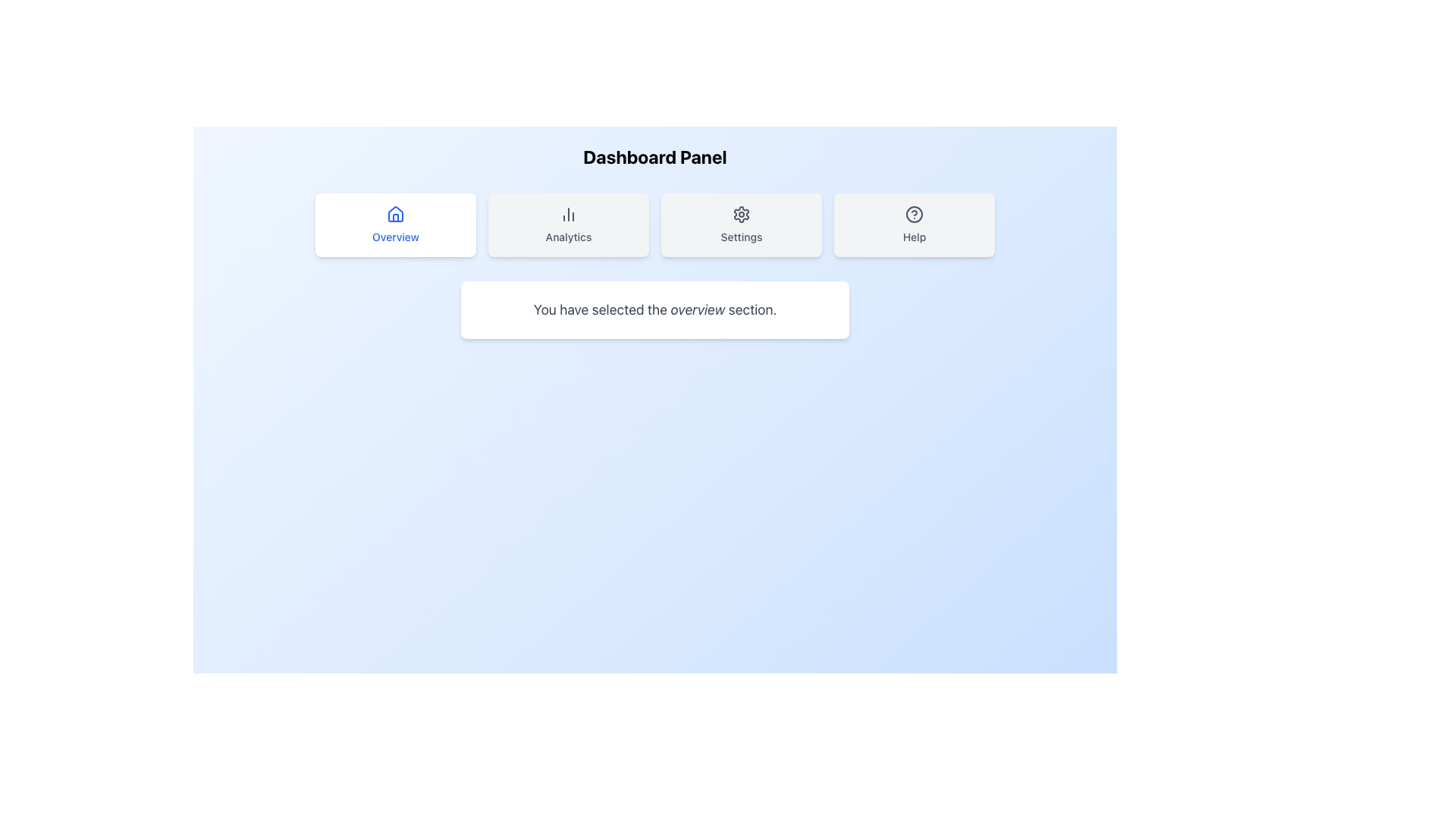 The width and height of the screenshot is (1456, 819). Describe the element at coordinates (742, 214) in the screenshot. I see `the settings icon located in the navigation panel` at that location.